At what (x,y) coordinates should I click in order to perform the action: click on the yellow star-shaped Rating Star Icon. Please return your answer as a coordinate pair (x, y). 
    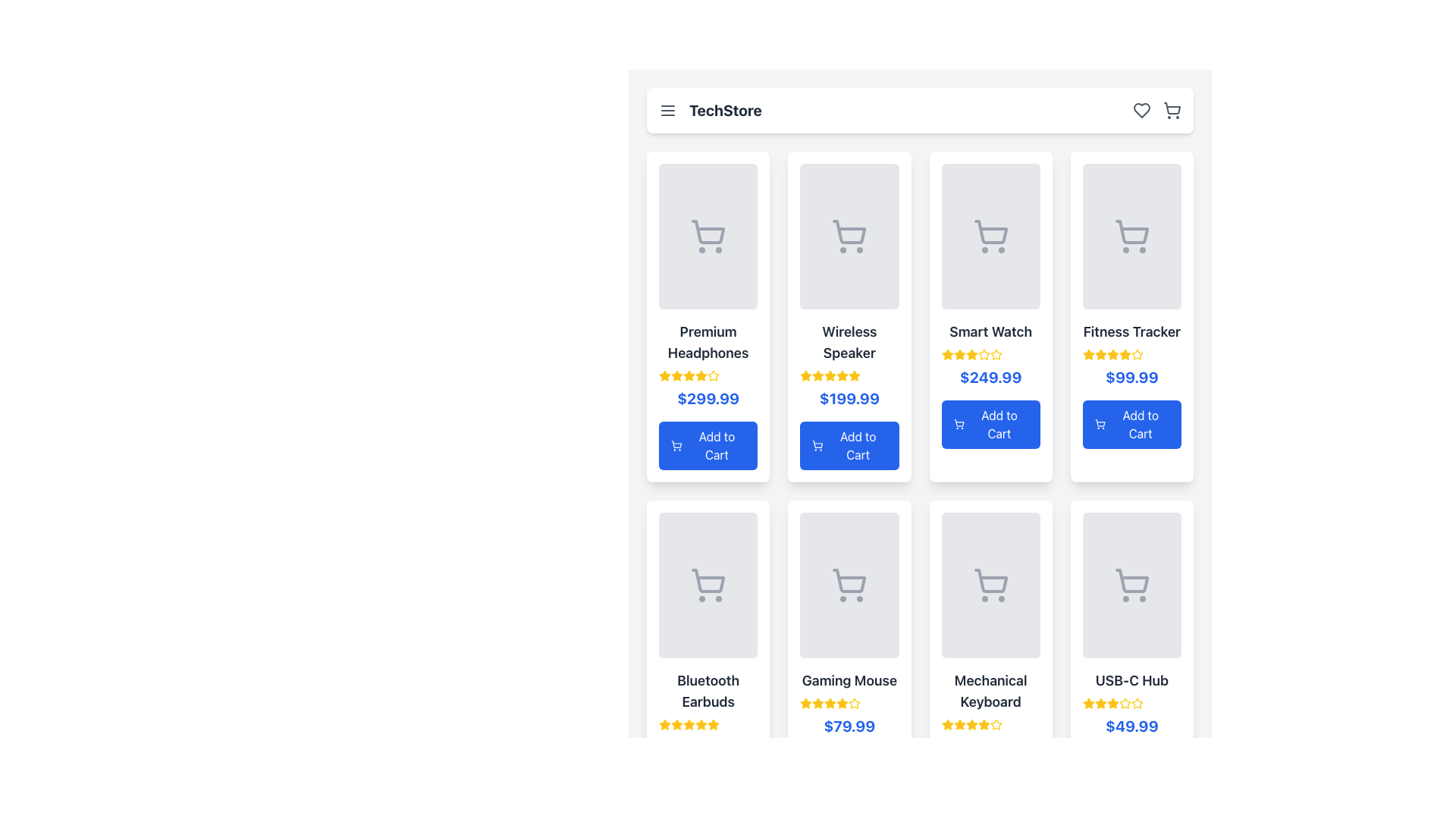
    Looking at the image, I should click on (676, 723).